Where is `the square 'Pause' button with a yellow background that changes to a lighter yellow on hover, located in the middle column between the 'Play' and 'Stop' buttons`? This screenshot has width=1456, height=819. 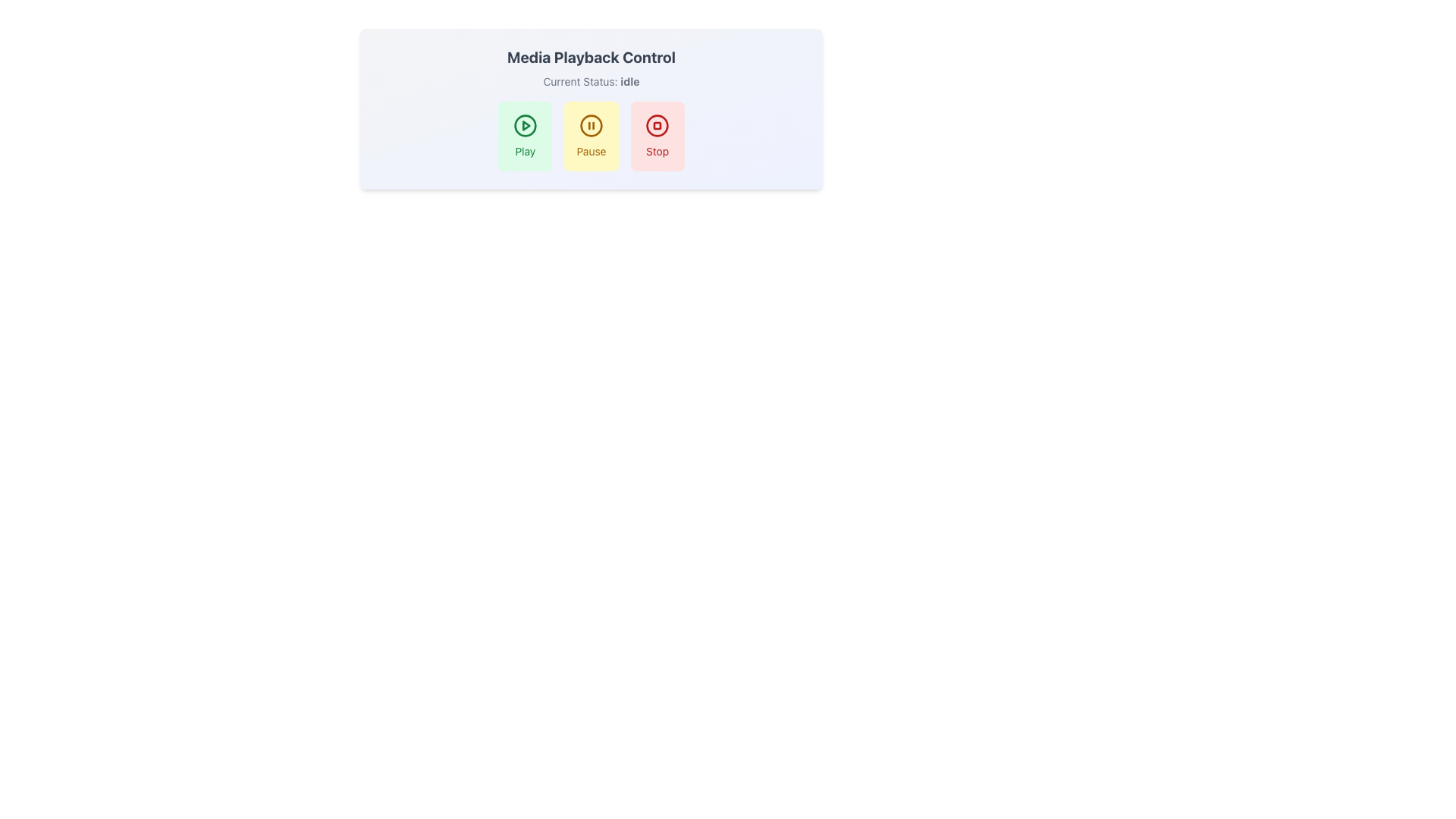 the square 'Pause' button with a yellow background that changes to a lighter yellow on hover, located in the middle column between the 'Play' and 'Stop' buttons is located at coordinates (590, 136).